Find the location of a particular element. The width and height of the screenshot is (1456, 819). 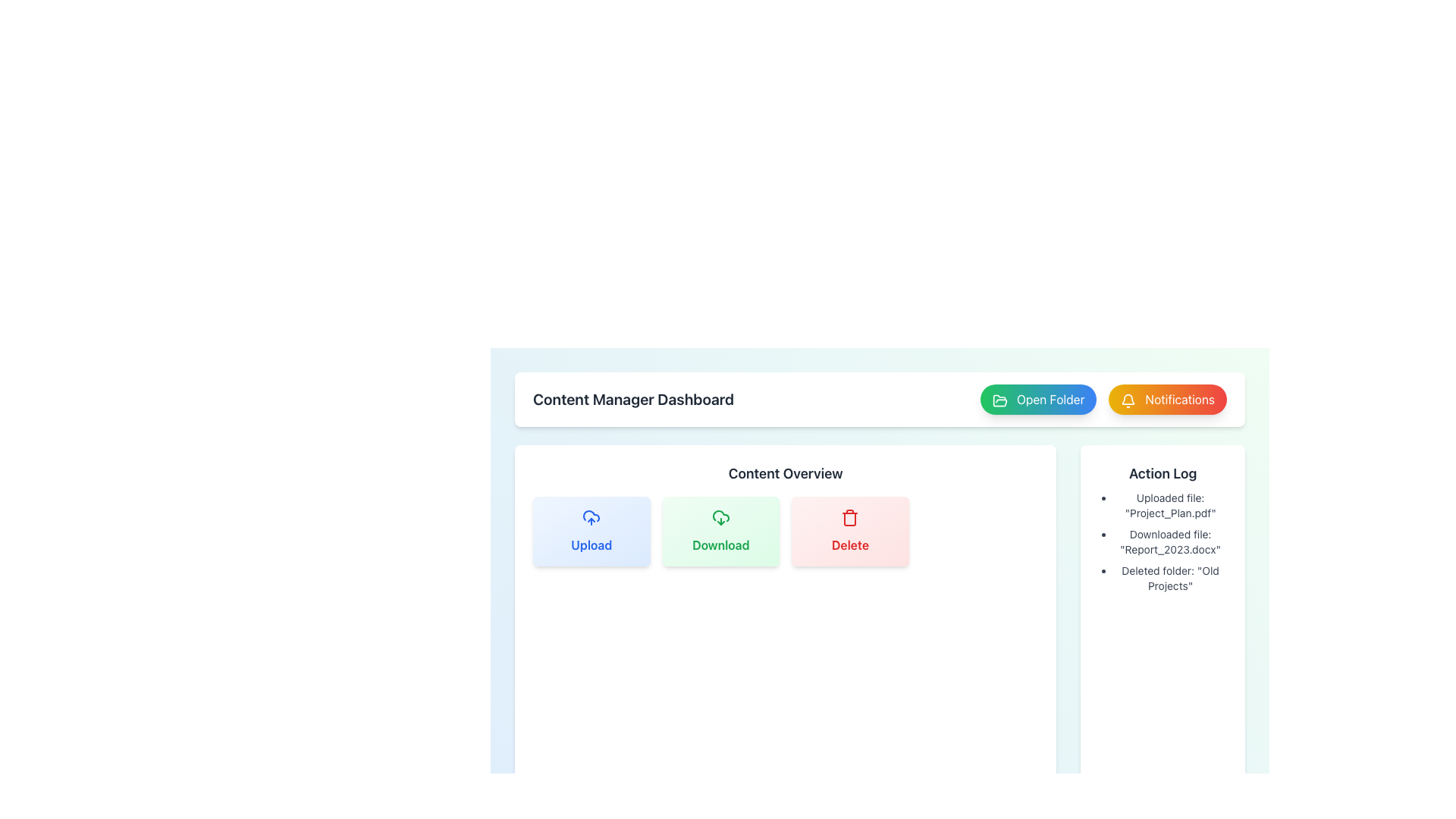

the 'Open Folder' button styled with a green to blue gradient is located at coordinates (1103, 399).